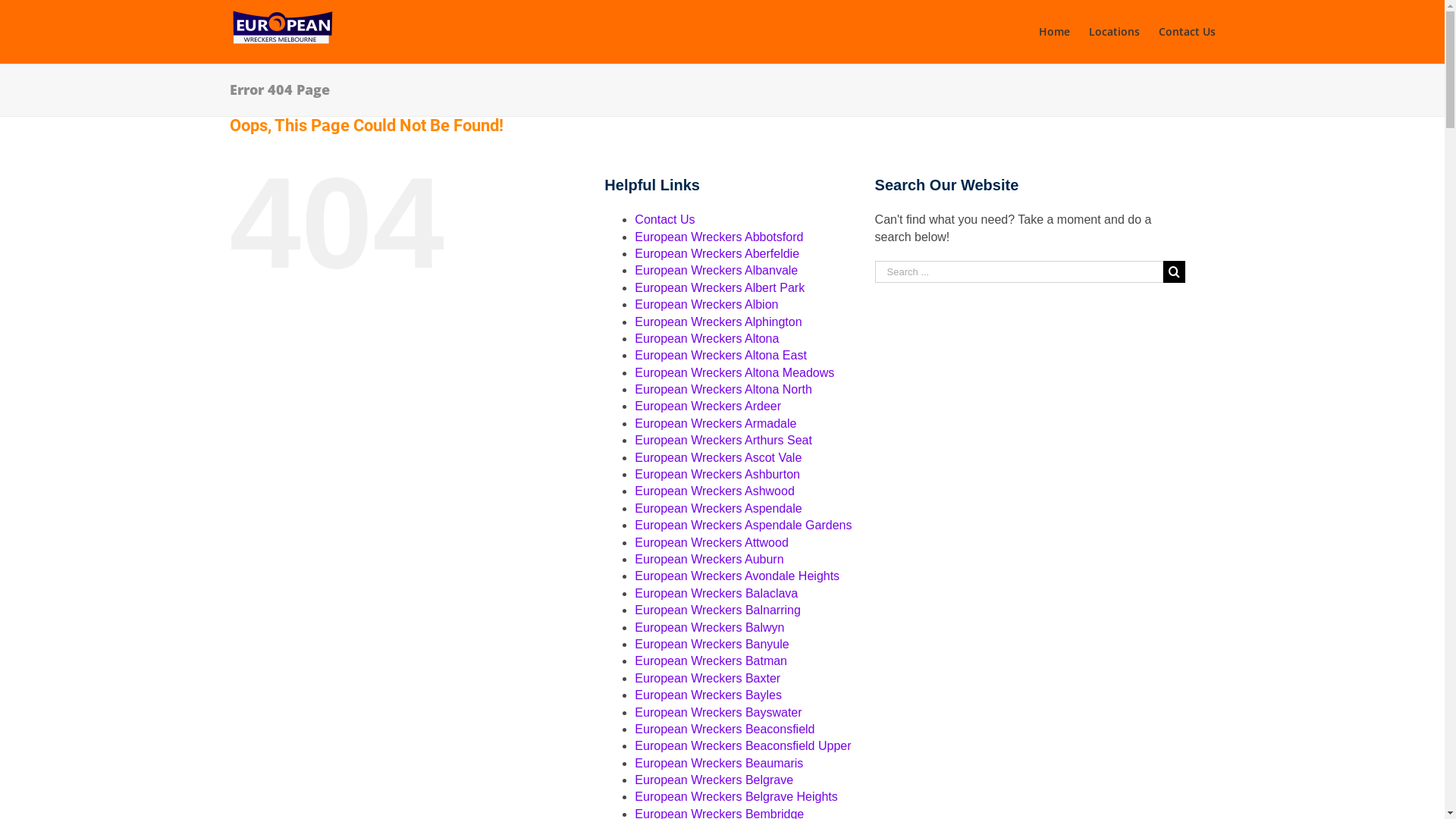 Image resolution: width=1456 pixels, height=819 pixels. Describe the element at coordinates (713, 780) in the screenshot. I see `'European Wreckers Belgrave'` at that location.